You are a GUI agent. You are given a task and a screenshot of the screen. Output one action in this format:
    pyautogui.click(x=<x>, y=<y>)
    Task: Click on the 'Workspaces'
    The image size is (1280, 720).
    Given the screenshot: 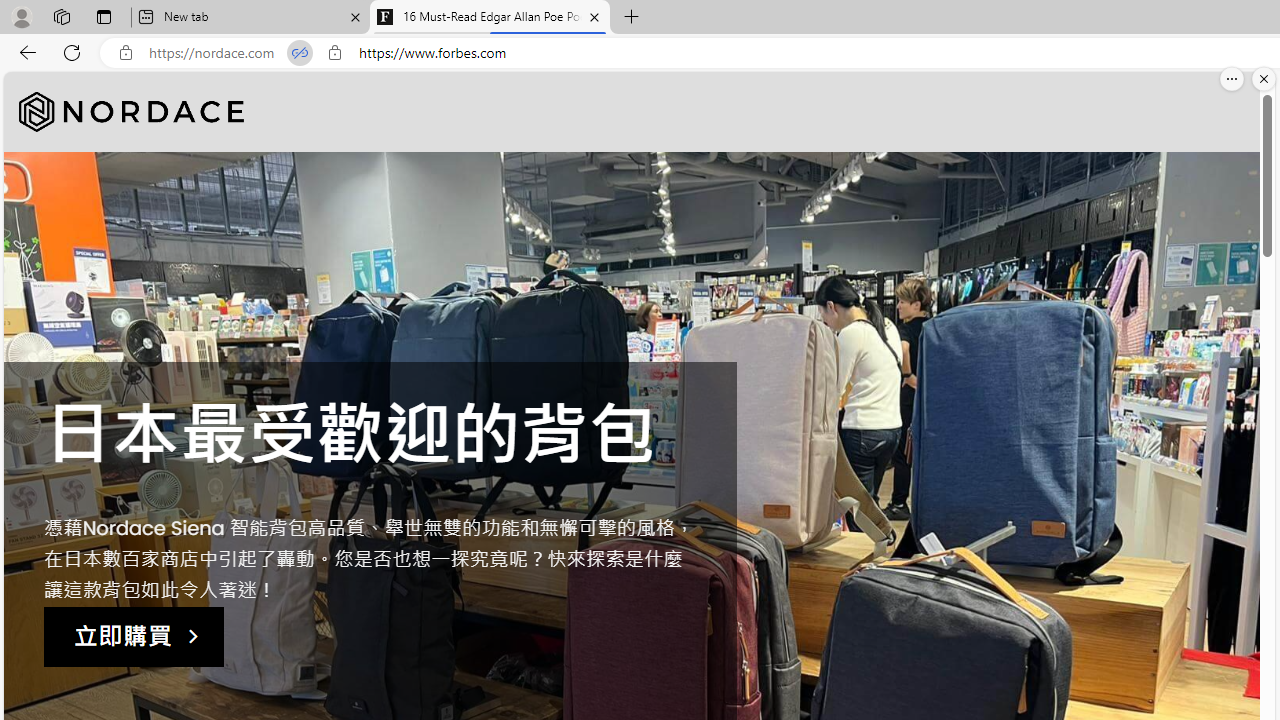 What is the action you would take?
    pyautogui.click(x=61, y=16)
    